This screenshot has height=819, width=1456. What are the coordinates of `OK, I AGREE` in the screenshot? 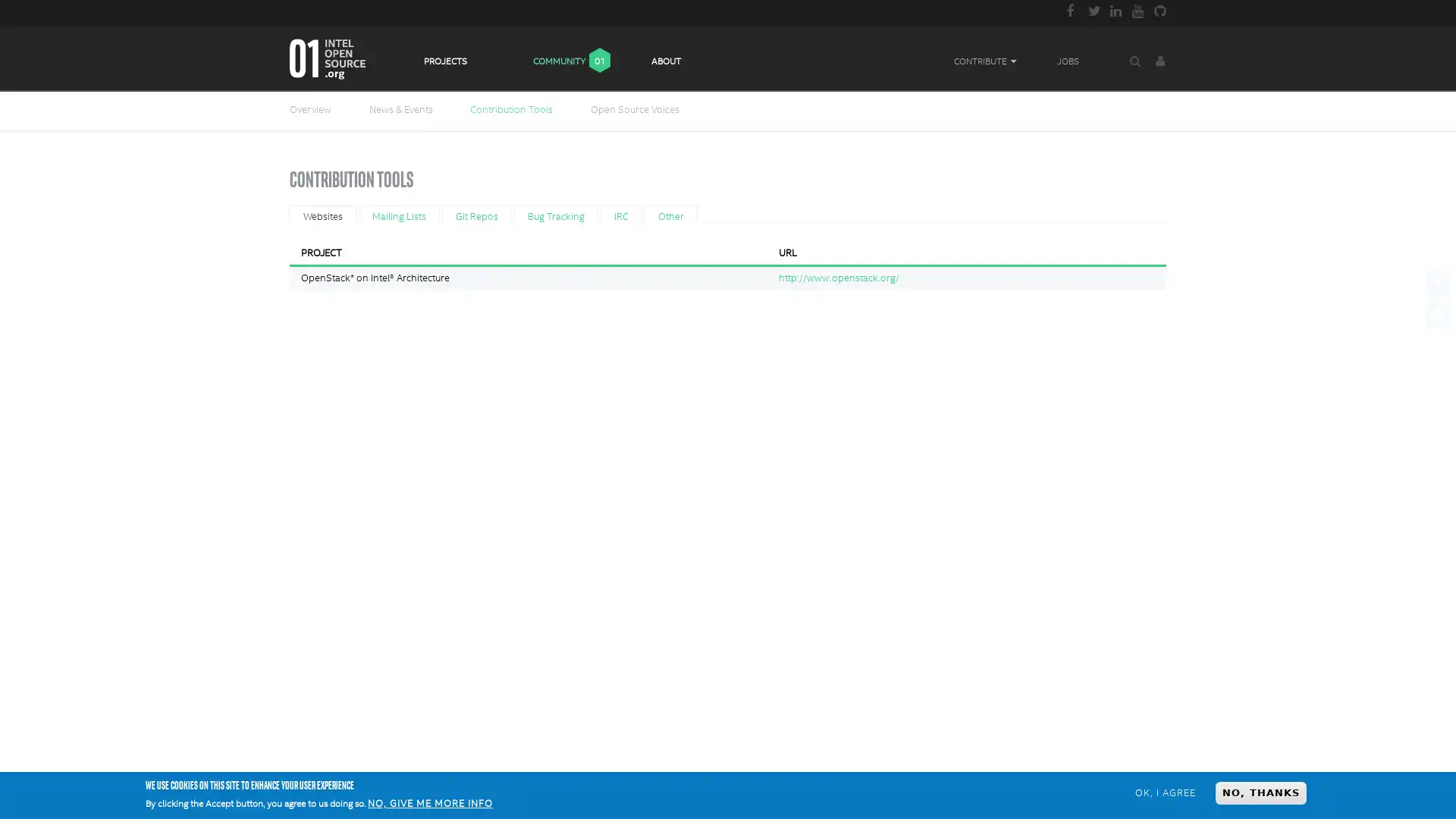 It's located at (1164, 792).